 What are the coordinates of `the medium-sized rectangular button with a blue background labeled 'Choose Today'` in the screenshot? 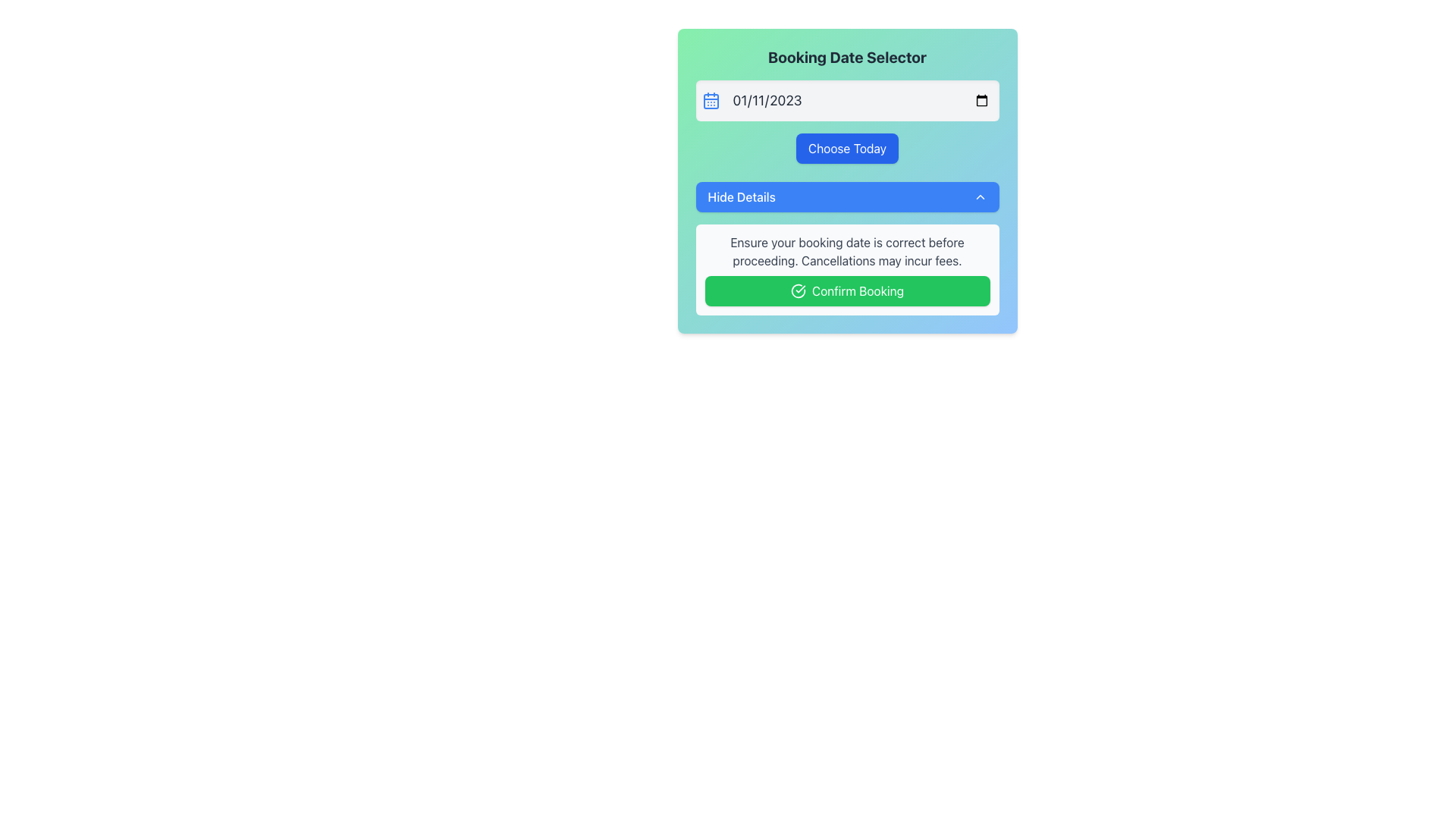 It's located at (846, 149).